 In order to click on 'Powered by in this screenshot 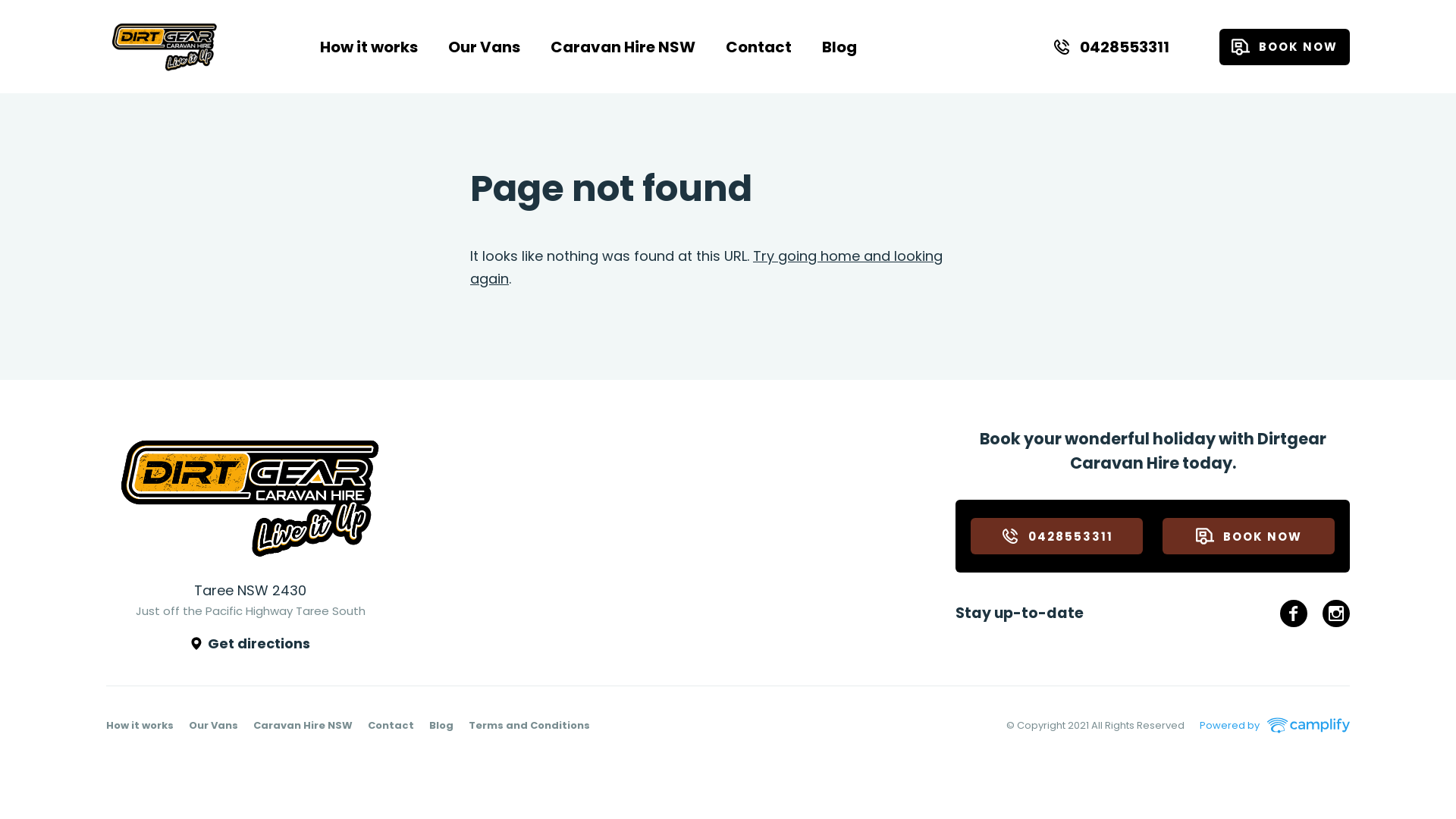, I will do `click(1274, 724)`.